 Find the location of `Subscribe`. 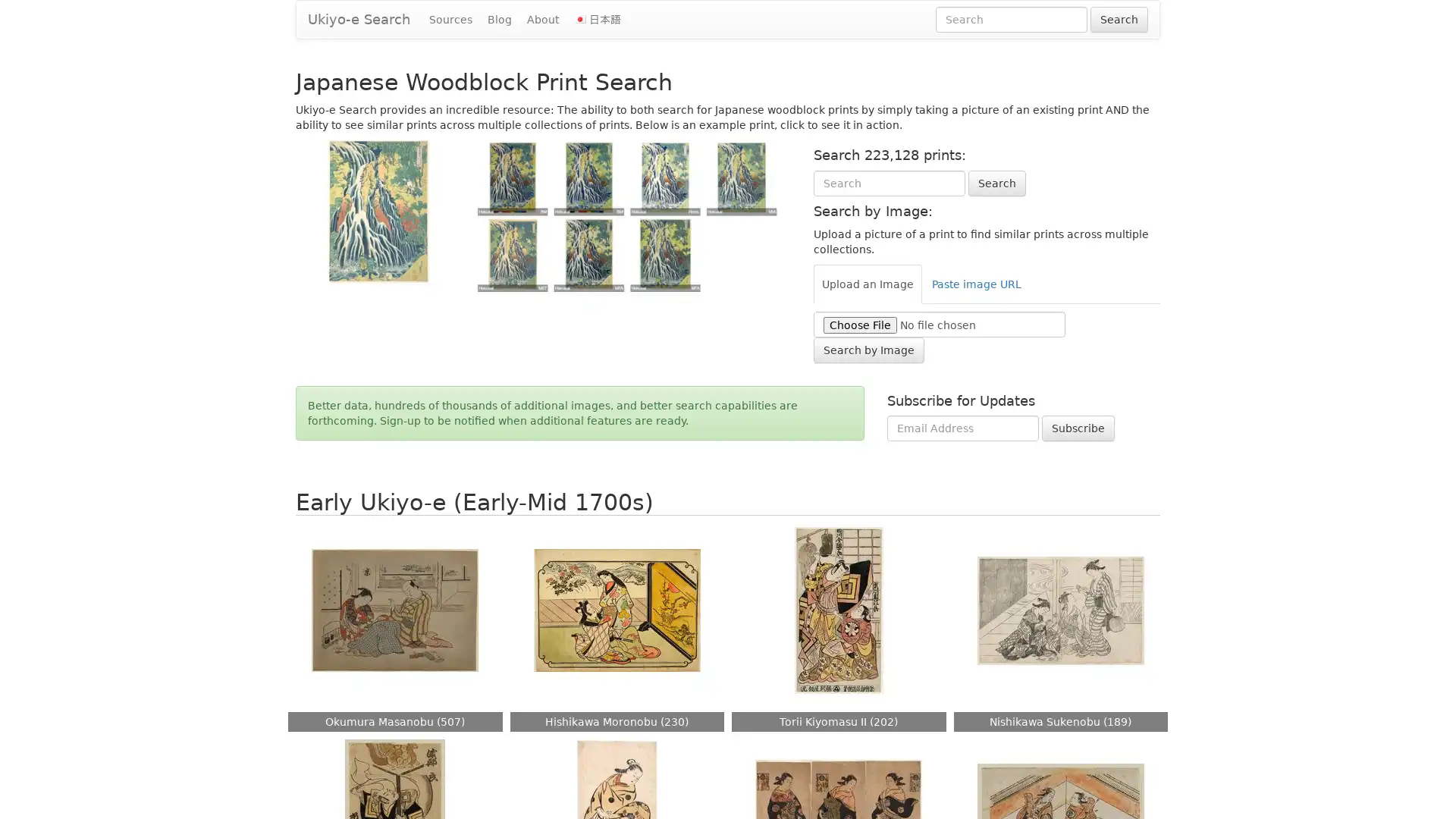

Subscribe is located at coordinates (1077, 428).